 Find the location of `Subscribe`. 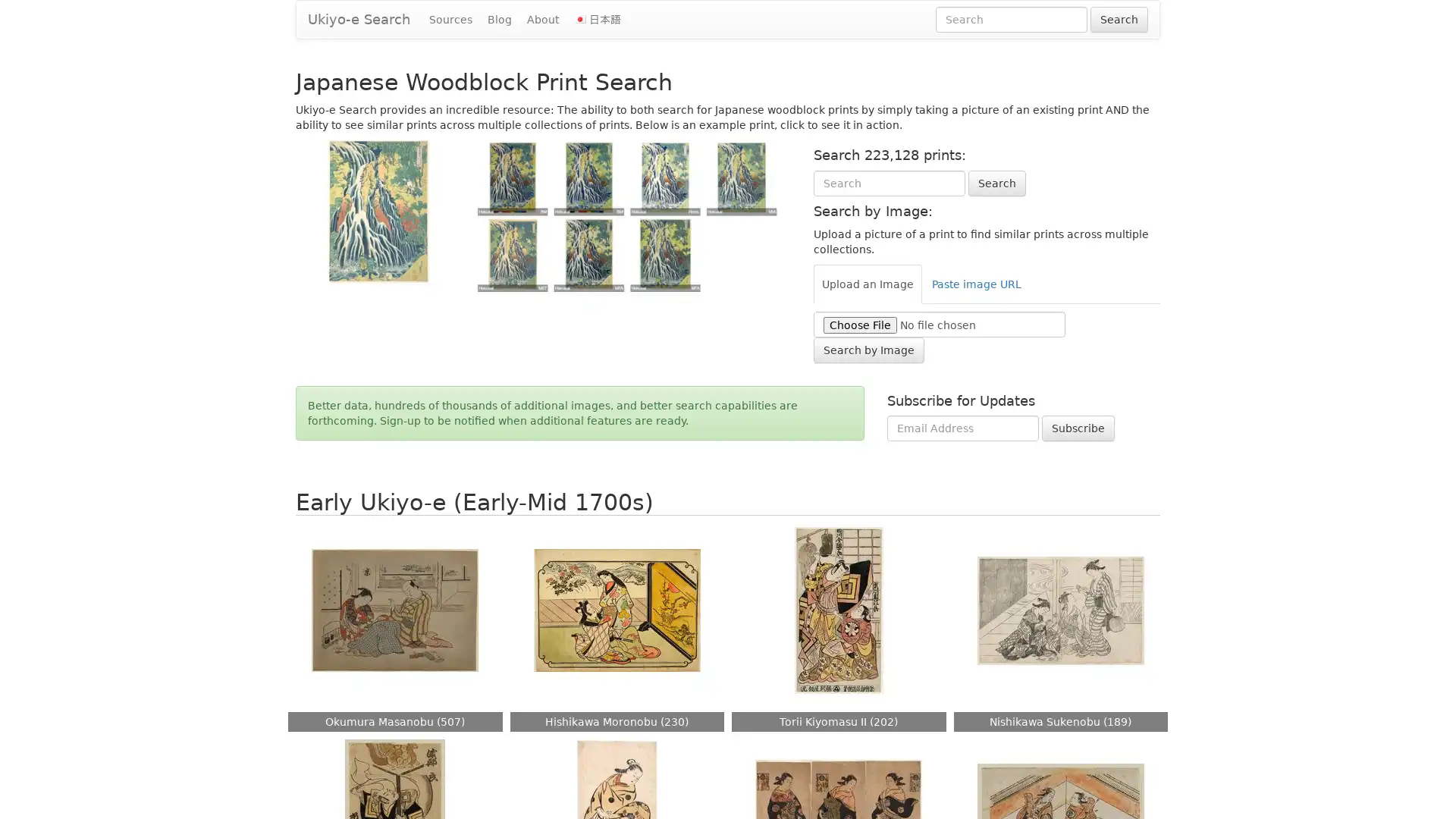

Subscribe is located at coordinates (1077, 428).